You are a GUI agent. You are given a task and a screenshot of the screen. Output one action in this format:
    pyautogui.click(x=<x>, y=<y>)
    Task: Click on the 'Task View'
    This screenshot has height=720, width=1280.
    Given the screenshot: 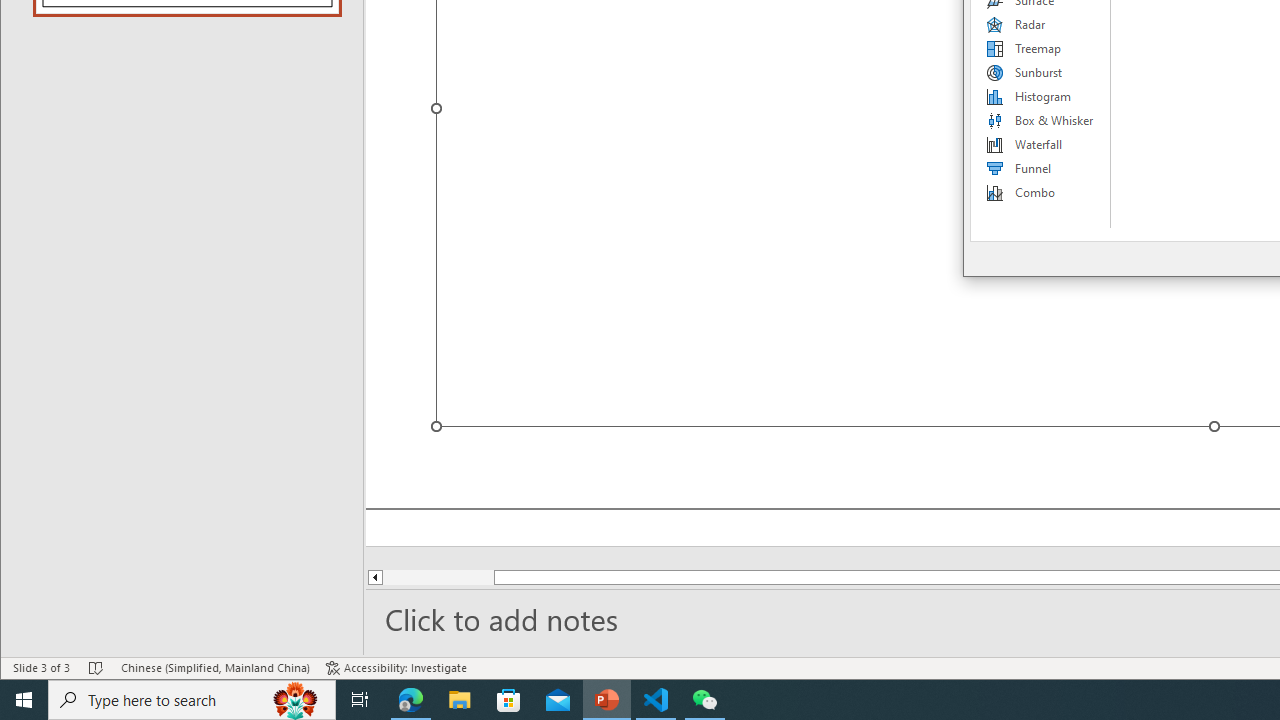 What is the action you would take?
    pyautogui.click(x=359, y=698)
    